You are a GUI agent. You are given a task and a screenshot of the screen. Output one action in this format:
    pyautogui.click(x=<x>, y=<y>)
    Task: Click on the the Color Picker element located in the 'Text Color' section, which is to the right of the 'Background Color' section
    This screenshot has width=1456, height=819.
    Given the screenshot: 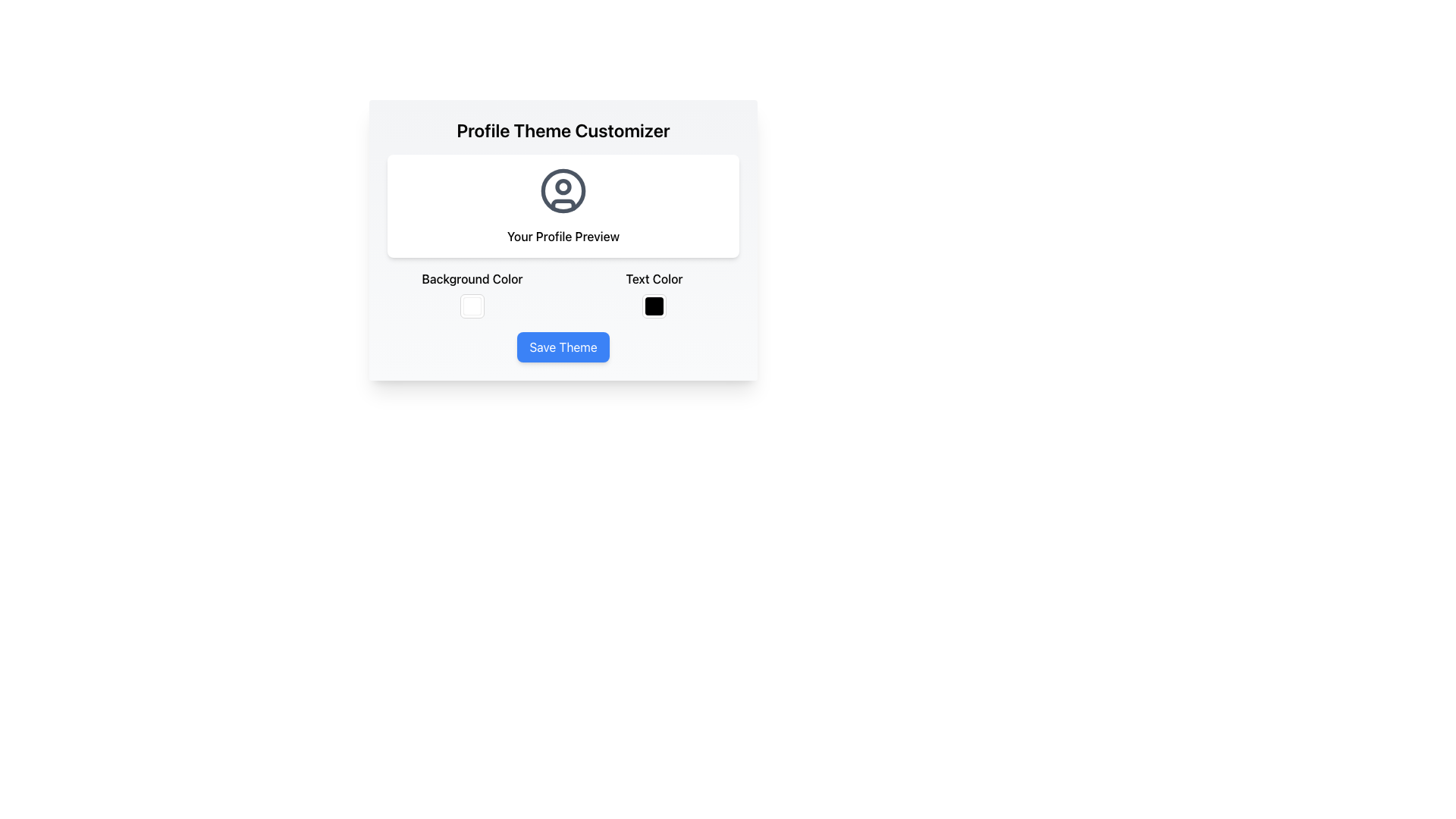 What is the action you would take?
    pyautogui.click(x=654, y=306)
    